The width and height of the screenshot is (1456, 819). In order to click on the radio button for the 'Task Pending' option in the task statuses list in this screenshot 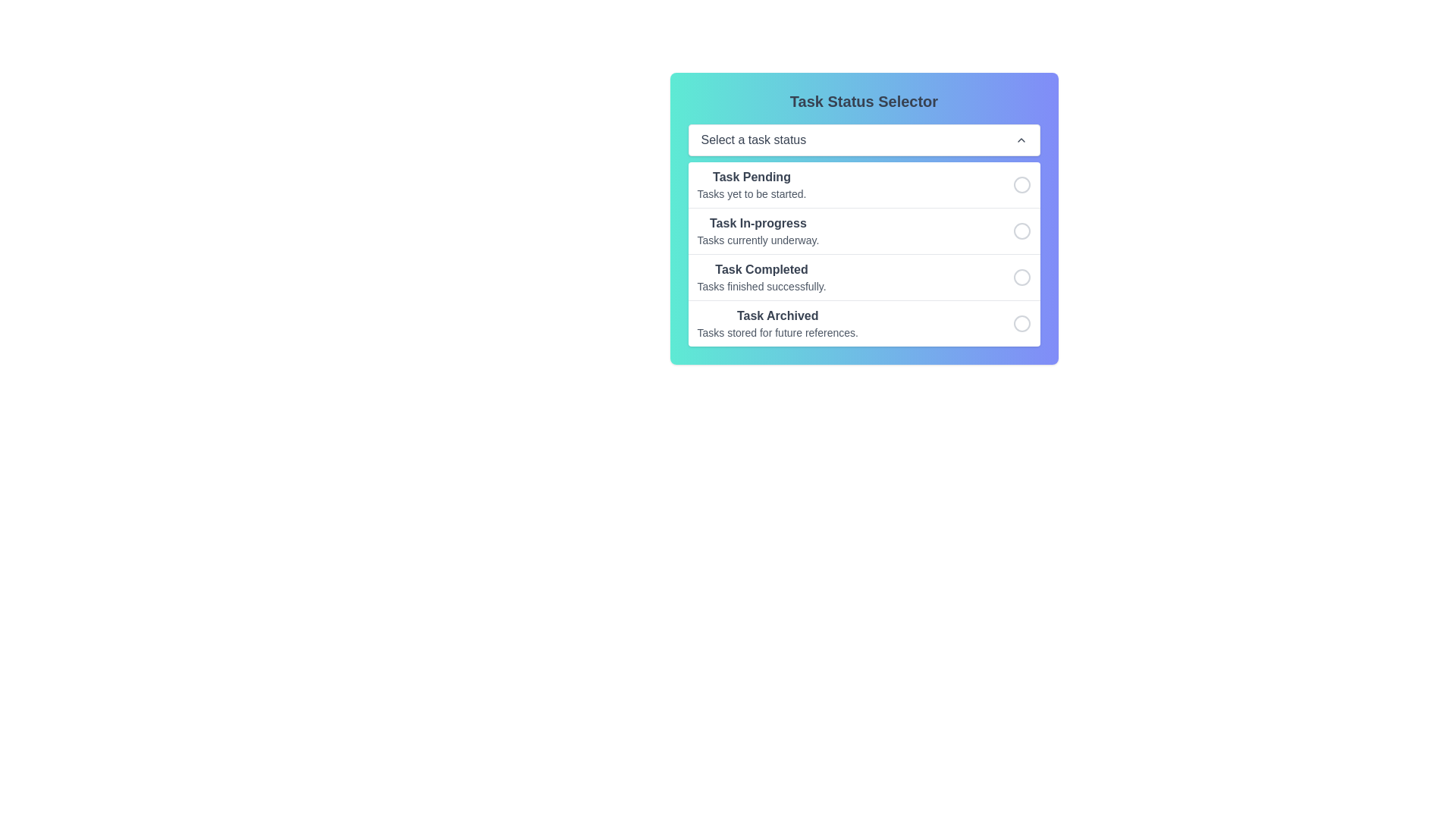, I will do `click(1021, 184)`.